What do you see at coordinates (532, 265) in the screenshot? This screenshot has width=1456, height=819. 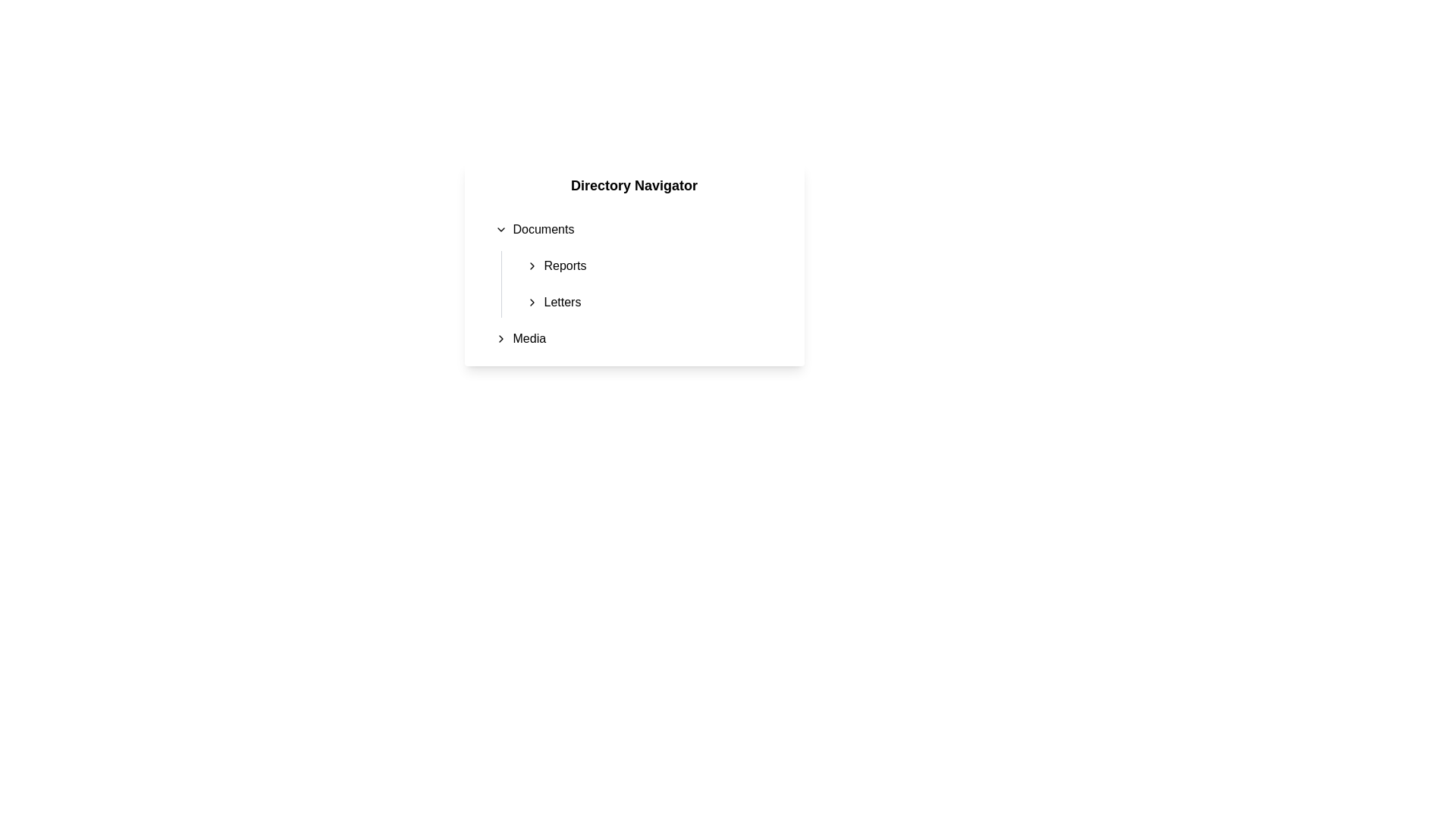 I see `the right-pointing chevron icon located to the left of the 'Reports' text` at bounding box center [532, 265].